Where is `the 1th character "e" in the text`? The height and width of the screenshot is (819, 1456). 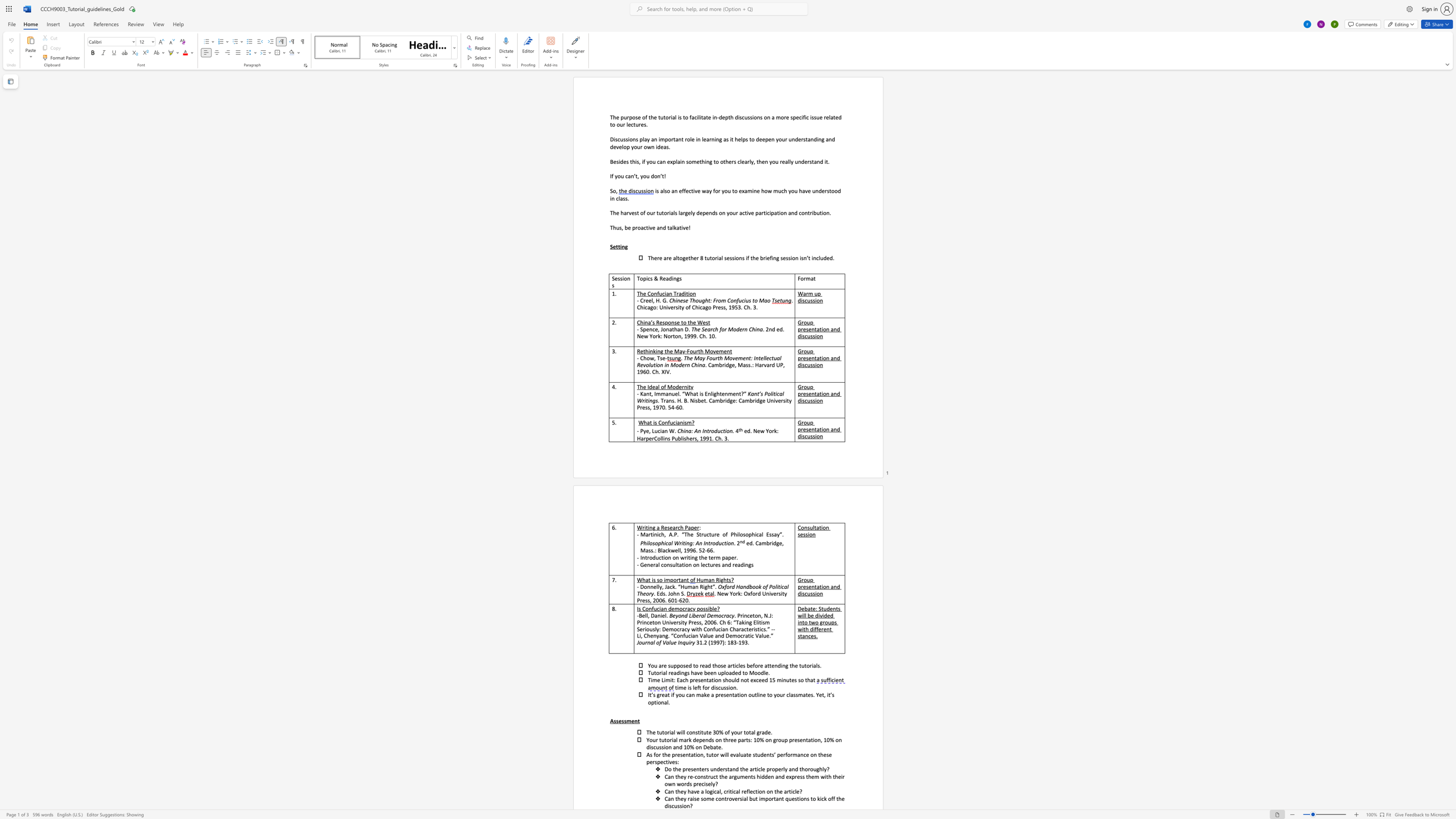 the 1th character "e" in the text is located at coordinates (617, 213).